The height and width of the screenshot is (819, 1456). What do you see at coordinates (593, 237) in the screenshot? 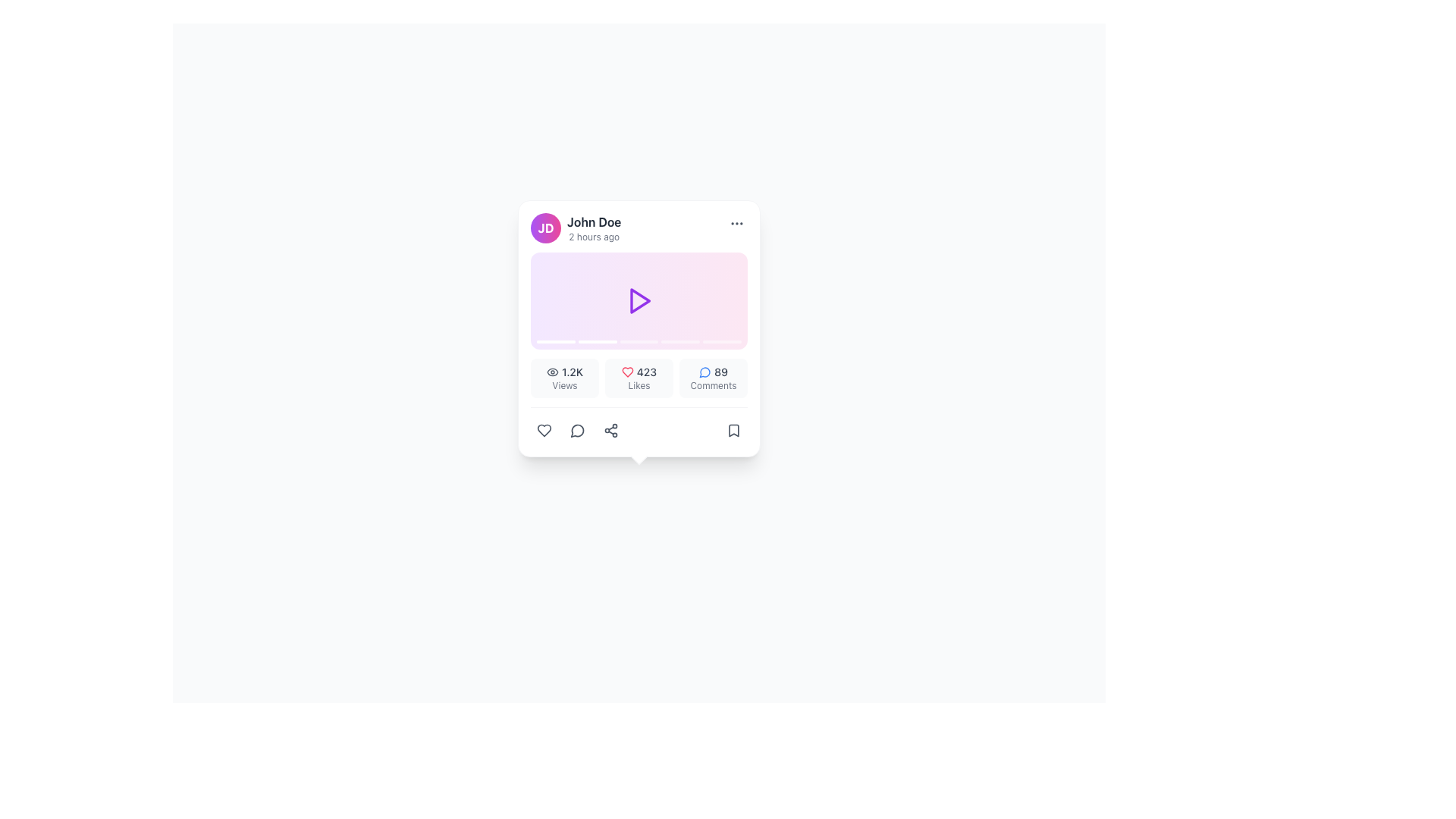
I see `time label that displays how long ago the post was made, located beneath the username 'John Doe' in the social media post card` at bounding box center [593, 237].